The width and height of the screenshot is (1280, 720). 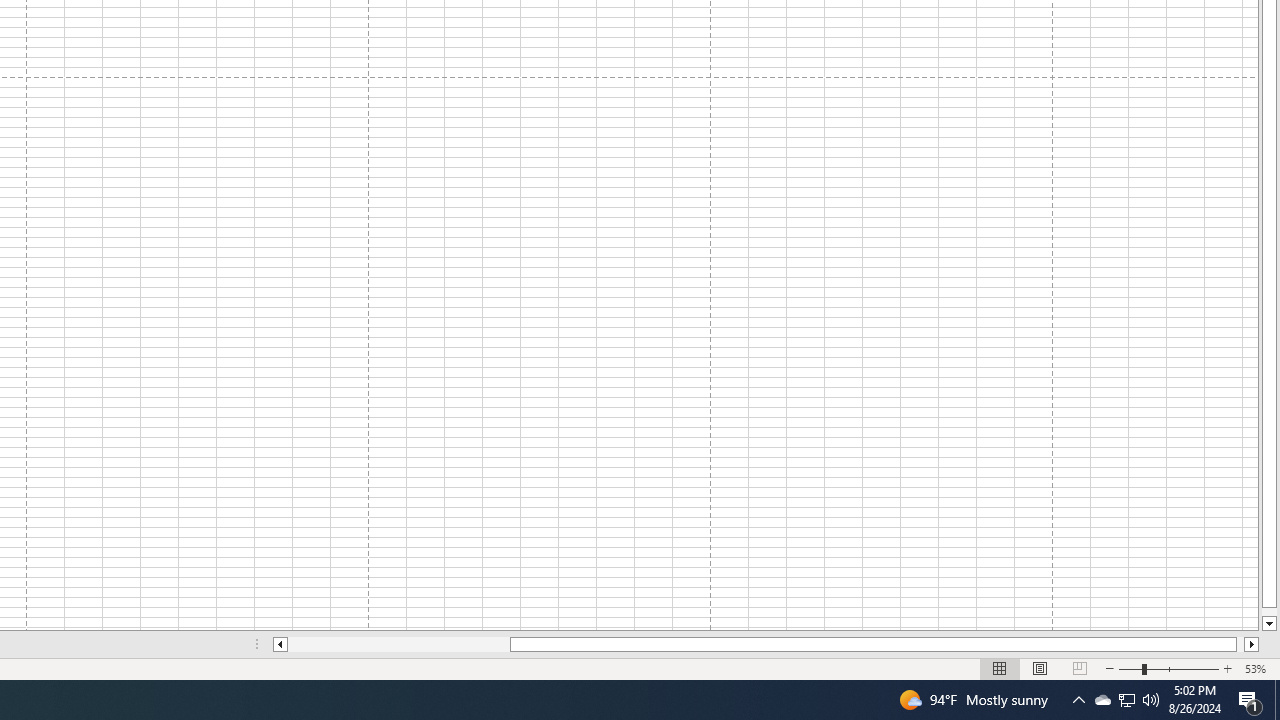 I want to click on 'Zoom Out', so click(x=1130, y=669).